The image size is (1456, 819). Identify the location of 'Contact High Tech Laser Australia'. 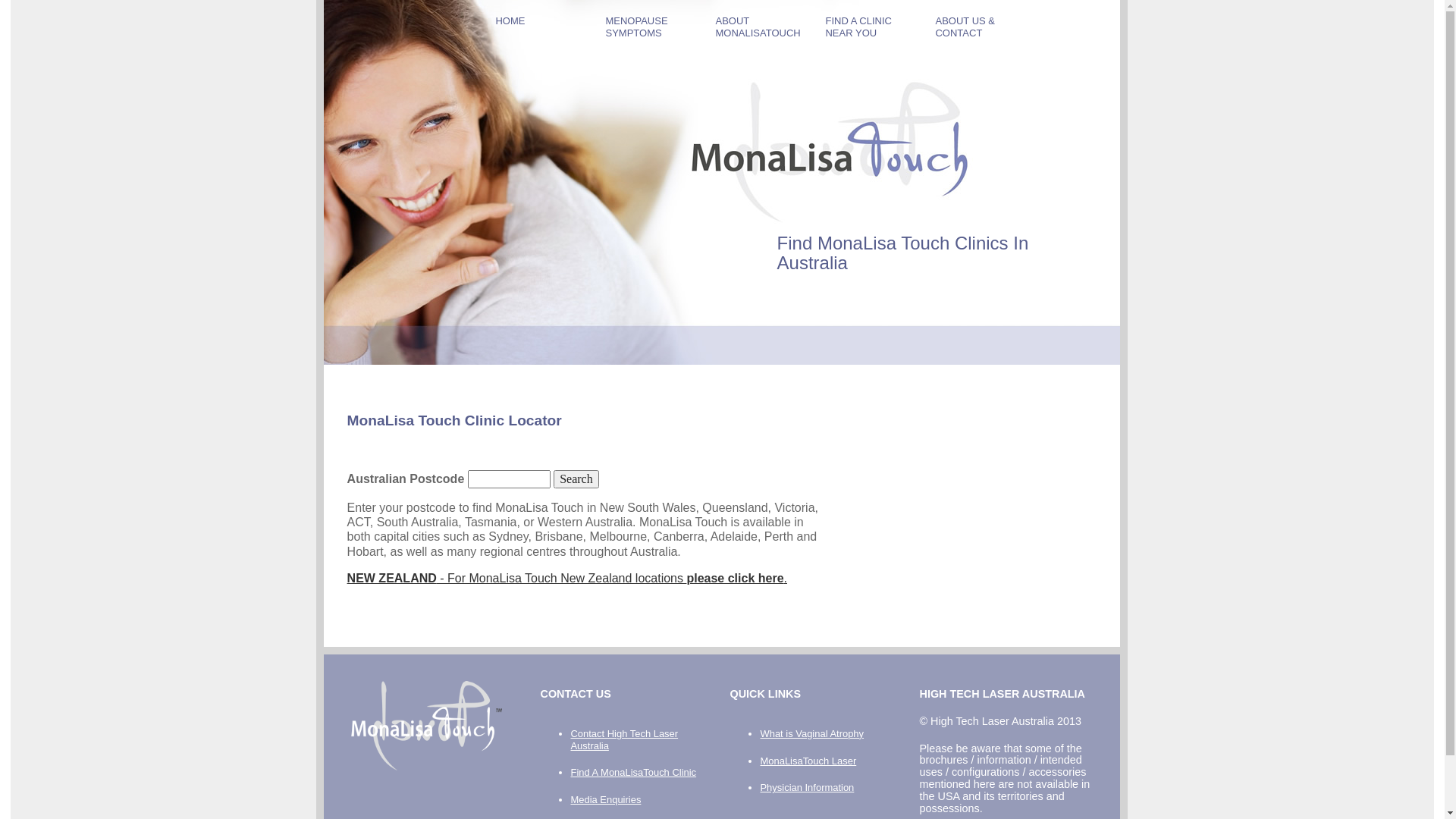
(623, 739).